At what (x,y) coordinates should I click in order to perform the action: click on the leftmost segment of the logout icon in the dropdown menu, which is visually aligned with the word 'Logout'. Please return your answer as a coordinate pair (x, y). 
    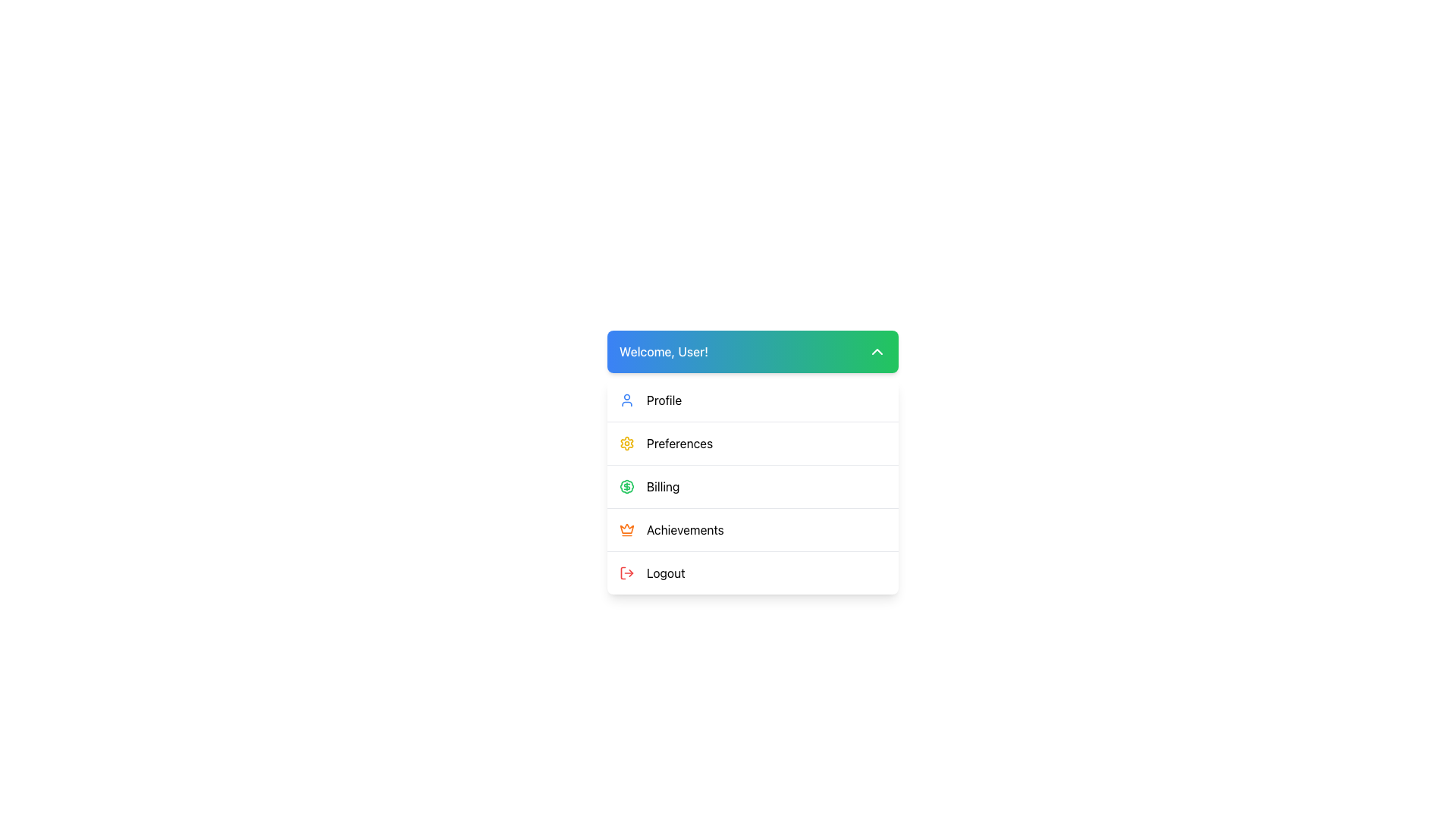
    Looking at the image, I should click on (623, 573).